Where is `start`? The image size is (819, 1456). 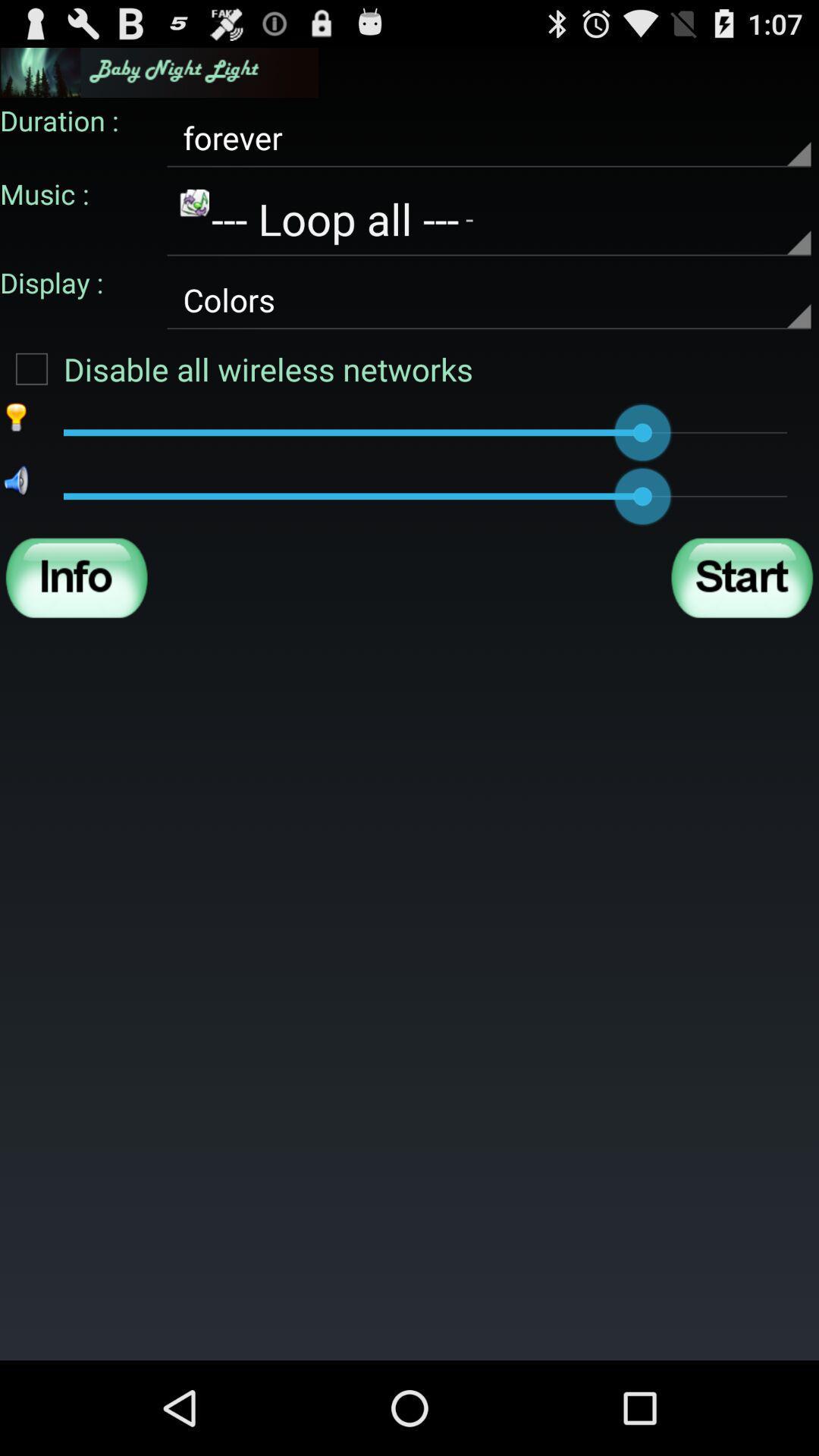
start is located at coordinates (741, 577).